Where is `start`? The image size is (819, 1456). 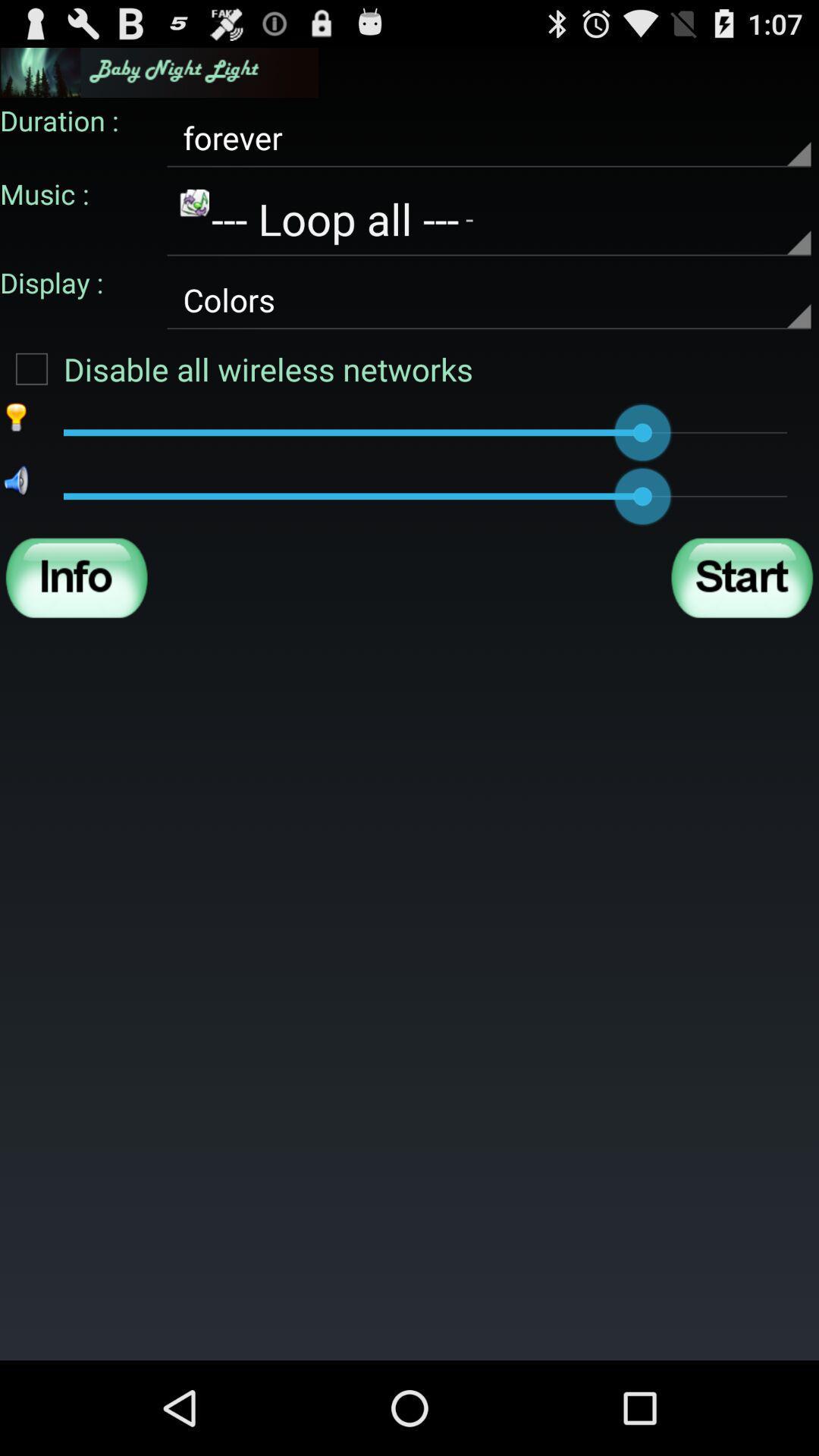
start is located at coordinates (741, 577).